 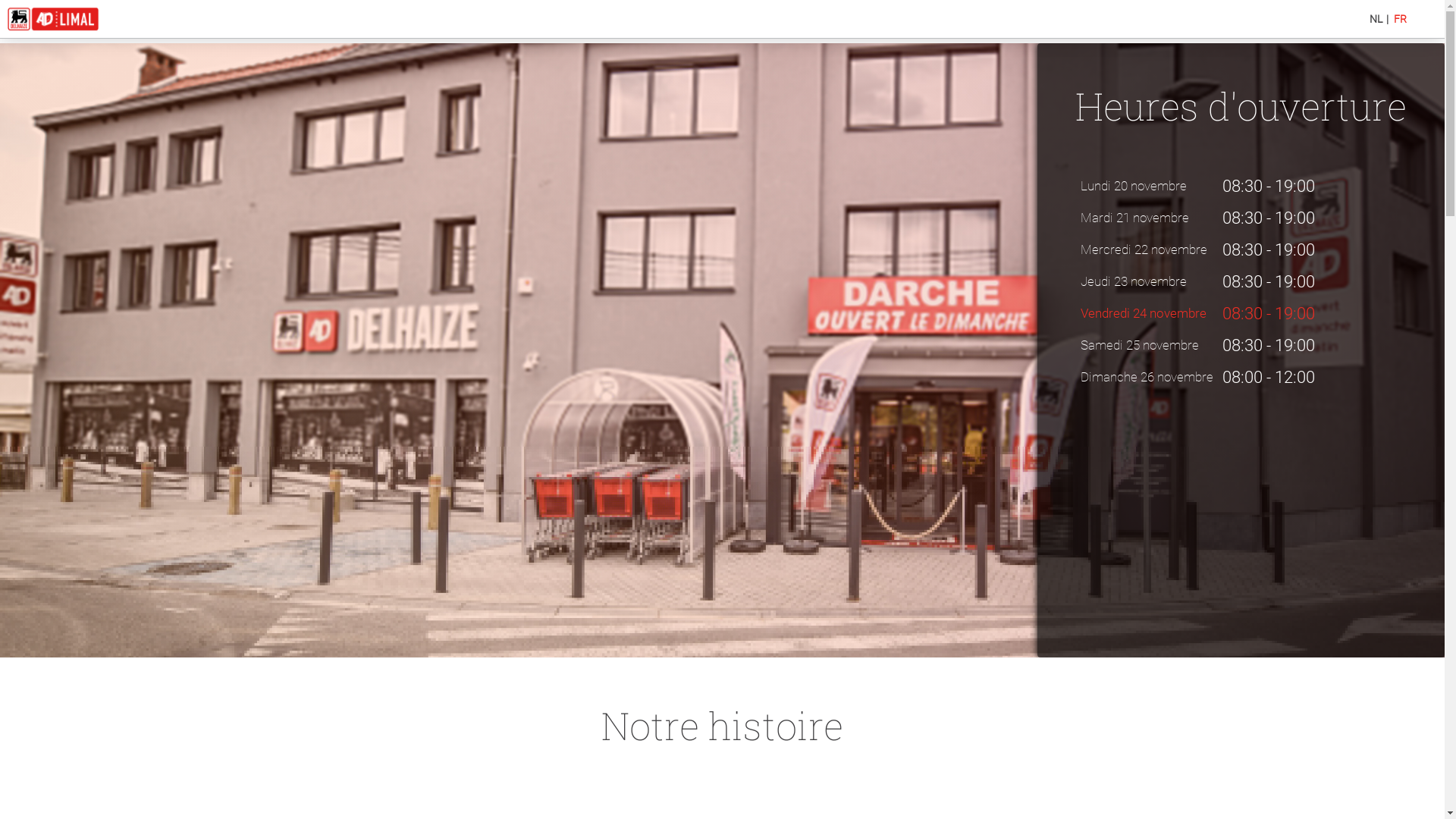 I want to click on 'NL', so click(x=1376, y=18).